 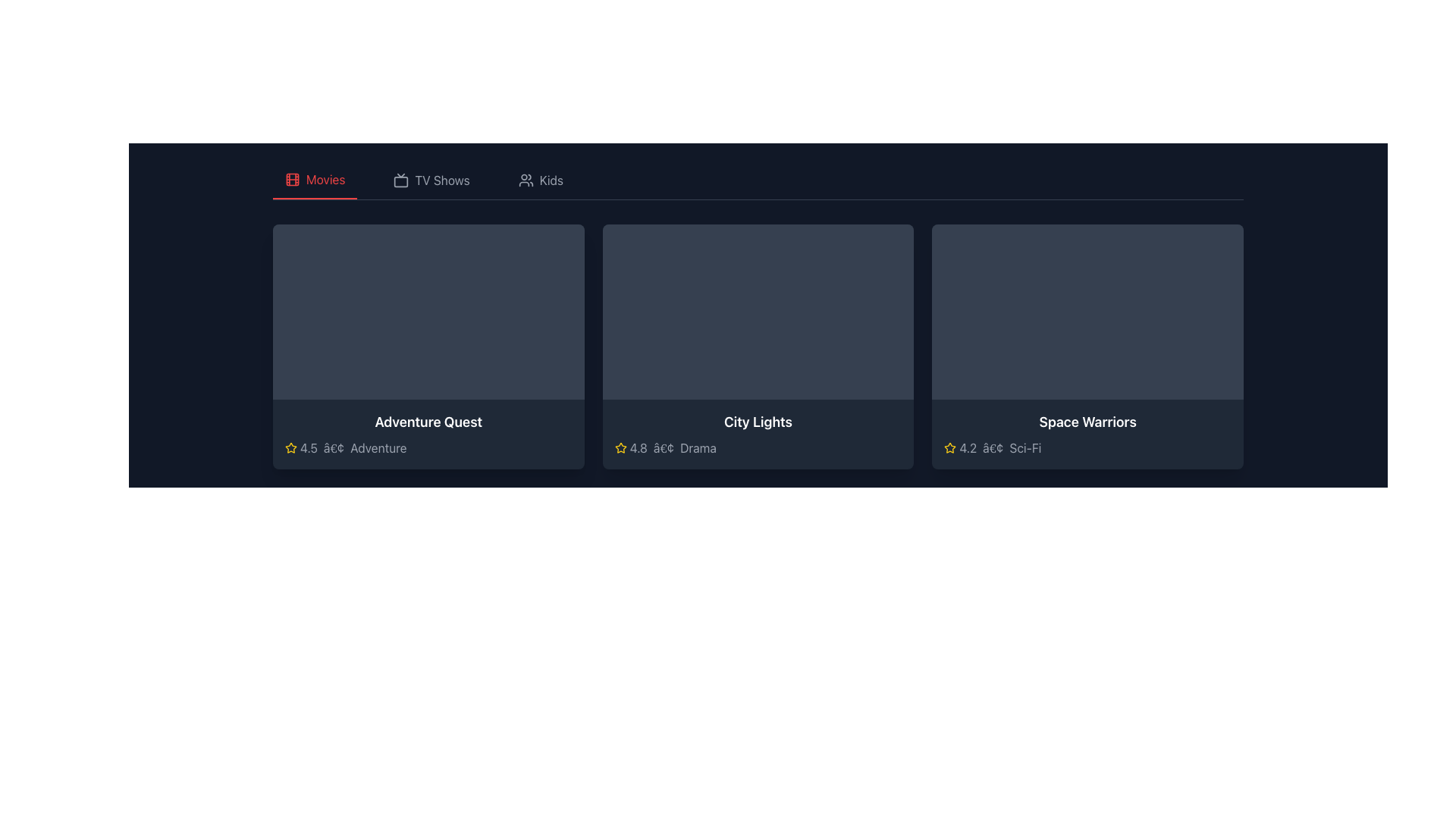 I want to click on the 'Kids' navigation tab, so click(x=541, y=180).